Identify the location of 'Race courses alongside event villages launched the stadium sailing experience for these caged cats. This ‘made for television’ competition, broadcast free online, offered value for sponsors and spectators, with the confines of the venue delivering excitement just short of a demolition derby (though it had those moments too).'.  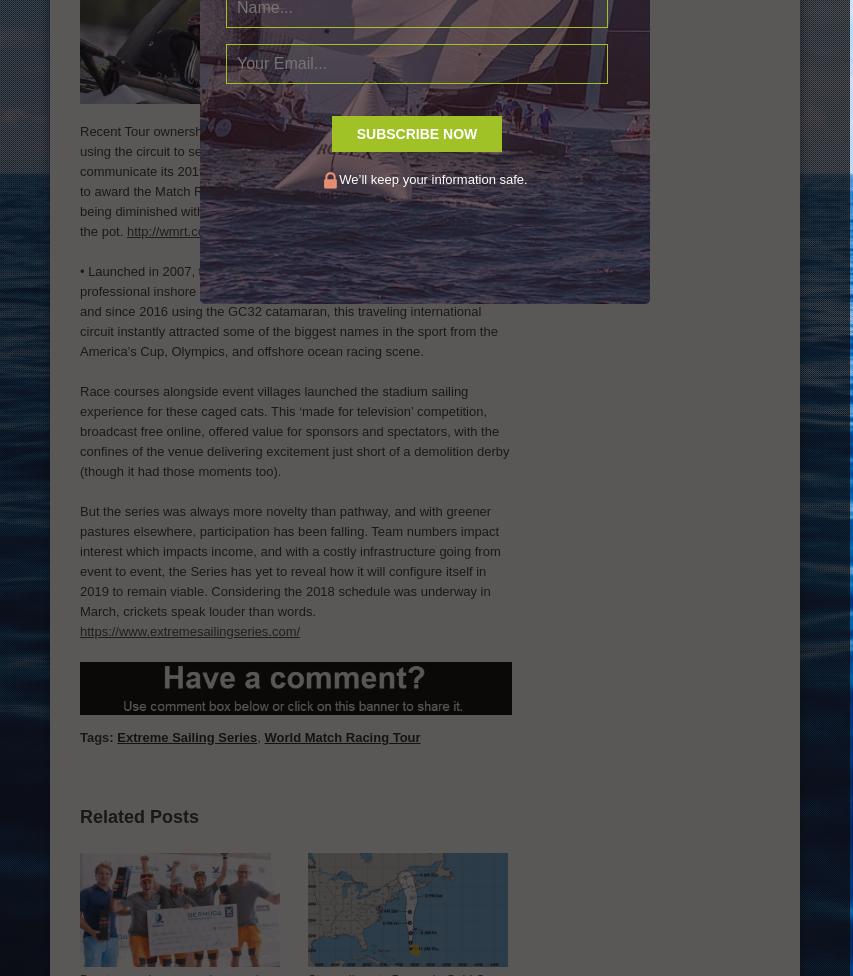
(293, 429).